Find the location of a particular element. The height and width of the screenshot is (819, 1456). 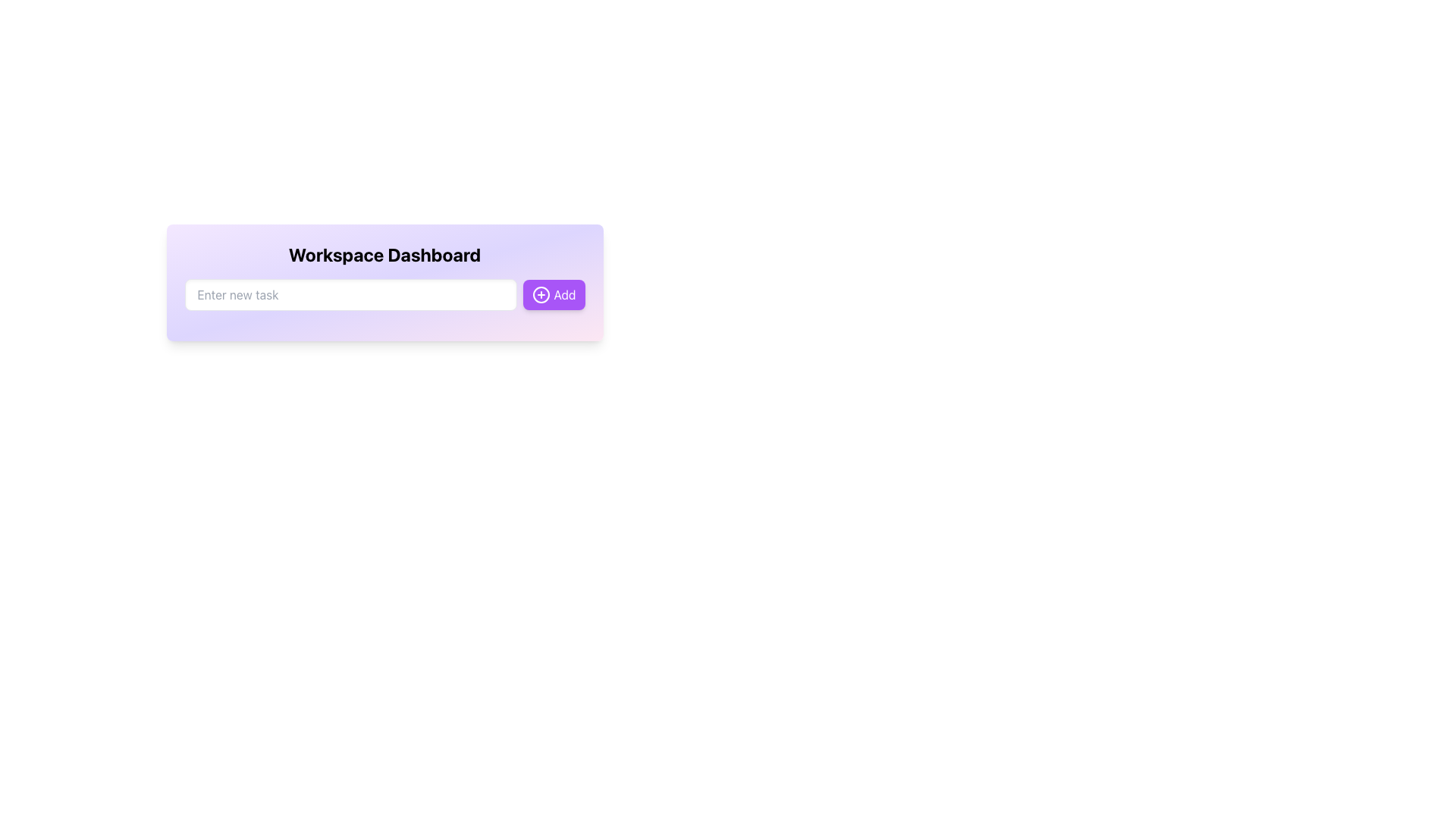

the static text label displaying 'Workspace Dashboard' which is bold, centered, and positioned above the input field and the 'Add' button is located at coordinates (384, 253).